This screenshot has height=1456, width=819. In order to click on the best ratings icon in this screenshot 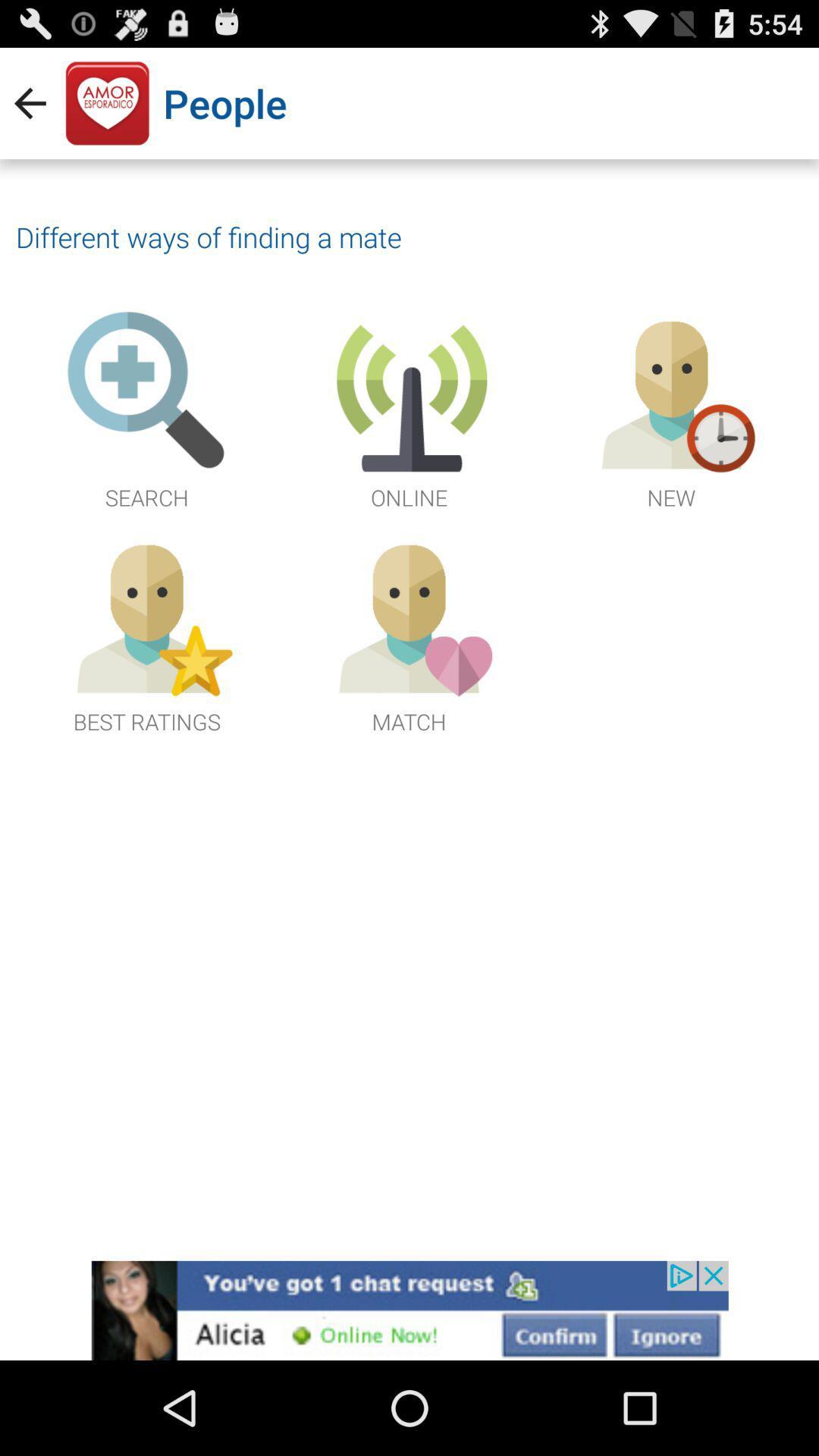, I will do `click(146, 634)`.